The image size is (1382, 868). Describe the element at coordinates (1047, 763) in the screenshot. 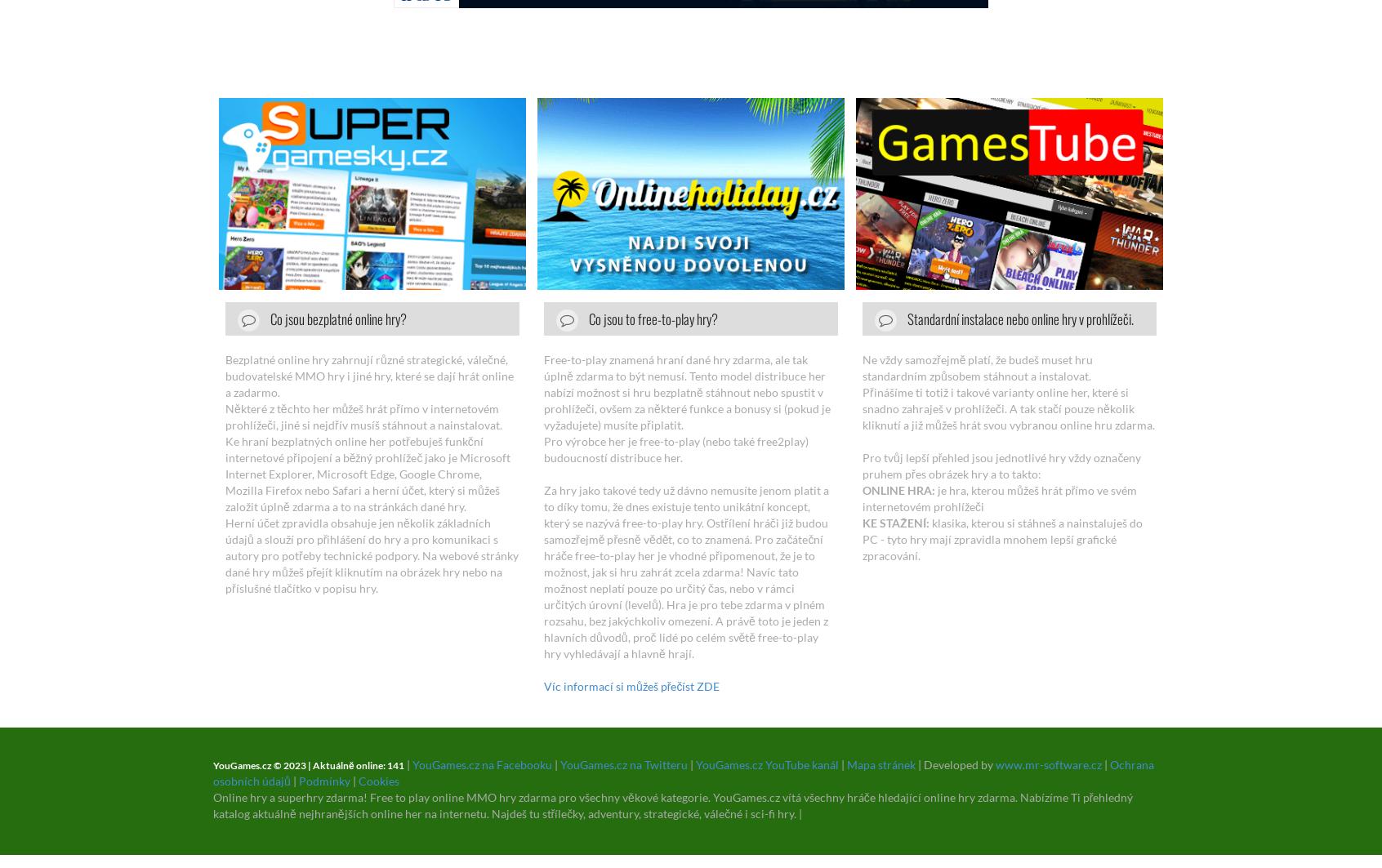

I see `'www.mr-software.cz'` at that location.